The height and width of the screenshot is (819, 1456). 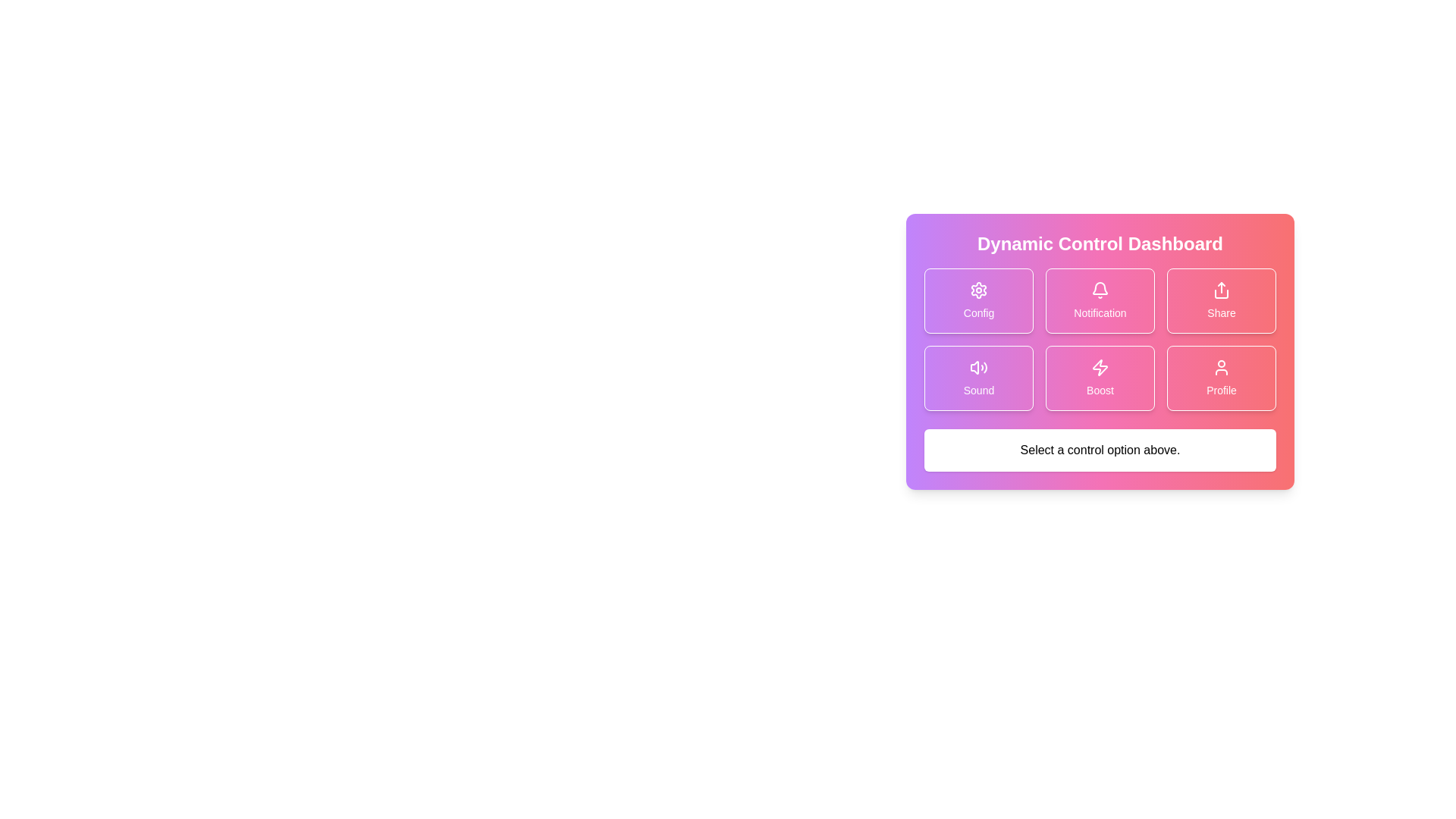 I want to click on the 'Notification' button, which is a rectangular button with rounded edges, featuring a bell icon and a gradient background, located in the second position of the first row in a 3x2 grid layout, so click(x=1100, y=301).